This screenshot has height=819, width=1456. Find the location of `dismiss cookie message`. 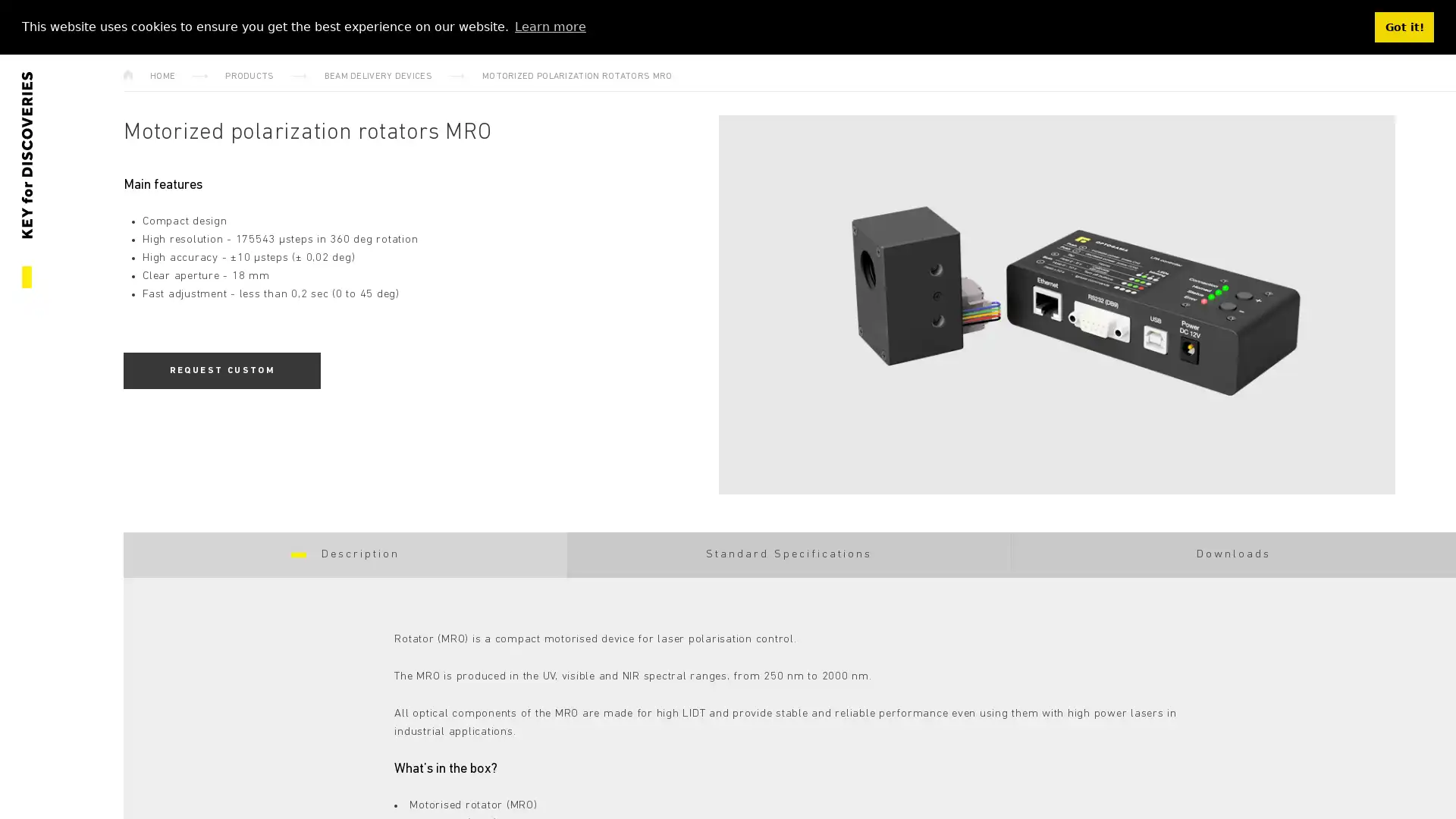

dismiss cookie message is located at coordinates (1404, 27).